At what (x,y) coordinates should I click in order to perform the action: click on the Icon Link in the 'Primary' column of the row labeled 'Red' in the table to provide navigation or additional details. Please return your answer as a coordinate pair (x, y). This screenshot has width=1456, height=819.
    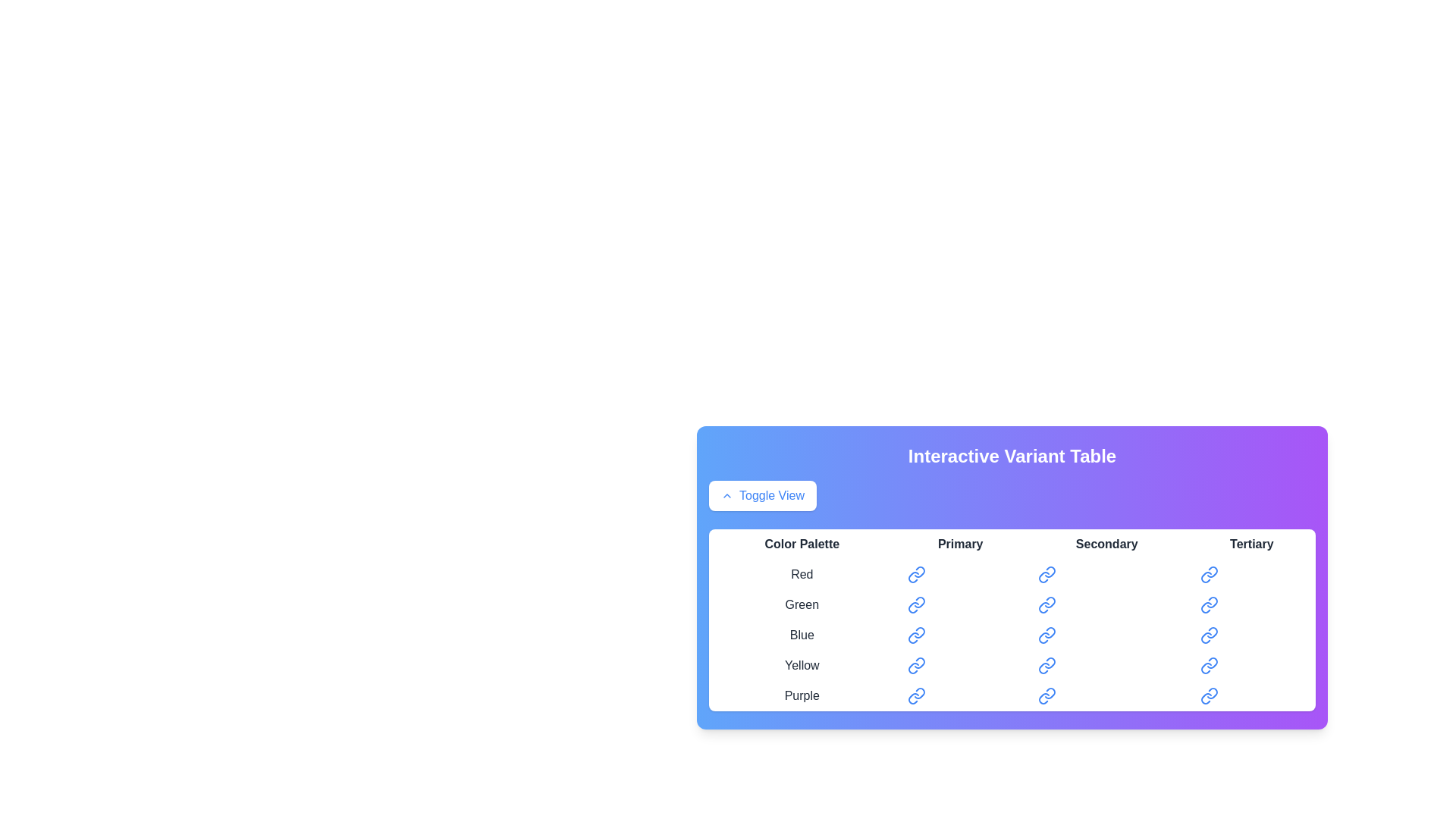
    Looking at the image, I should click on (915, 575).